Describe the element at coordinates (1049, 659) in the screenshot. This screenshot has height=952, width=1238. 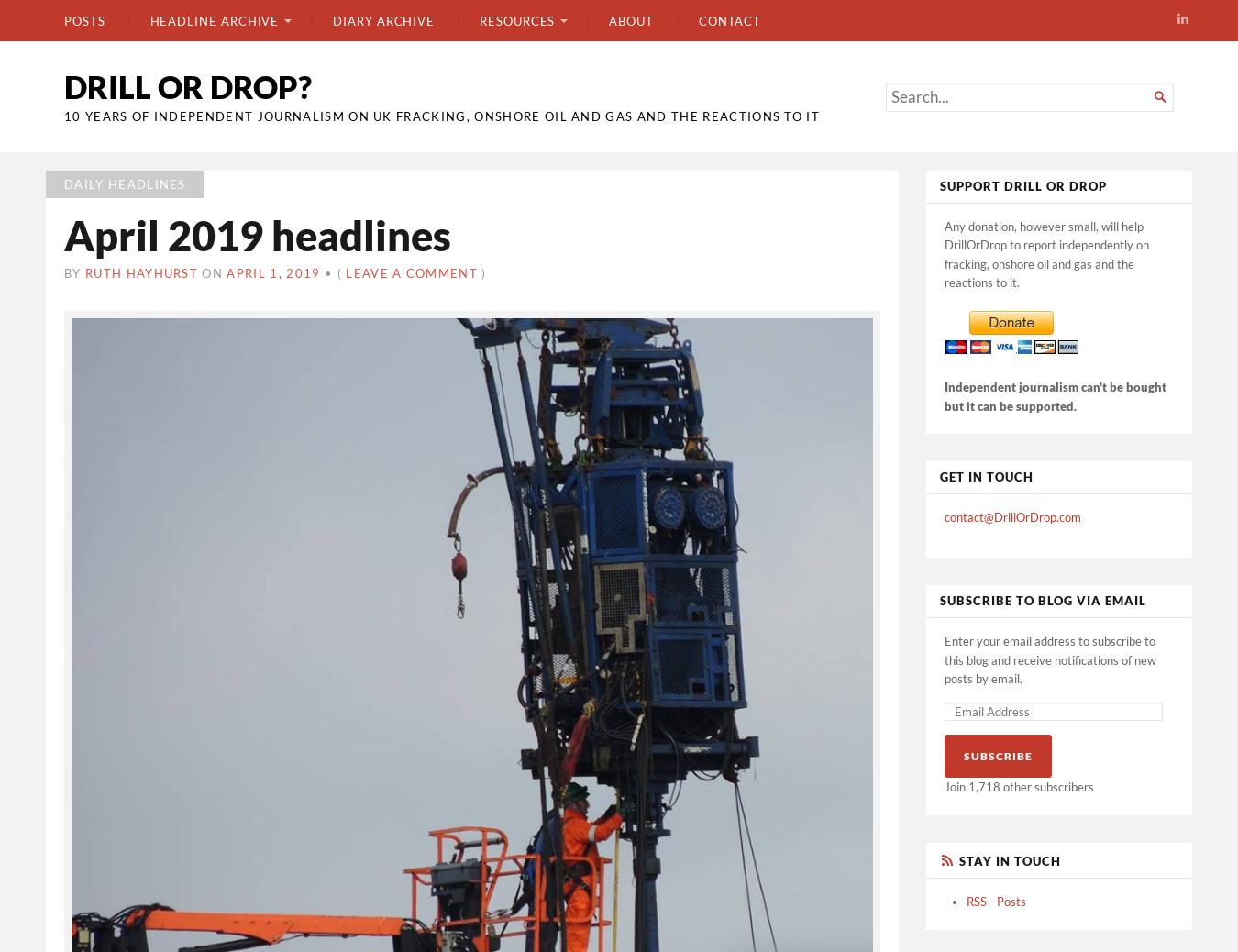
I see `'Enter your email address to subscribe to this blog and receive notifications of new posts by email.'` at that location.